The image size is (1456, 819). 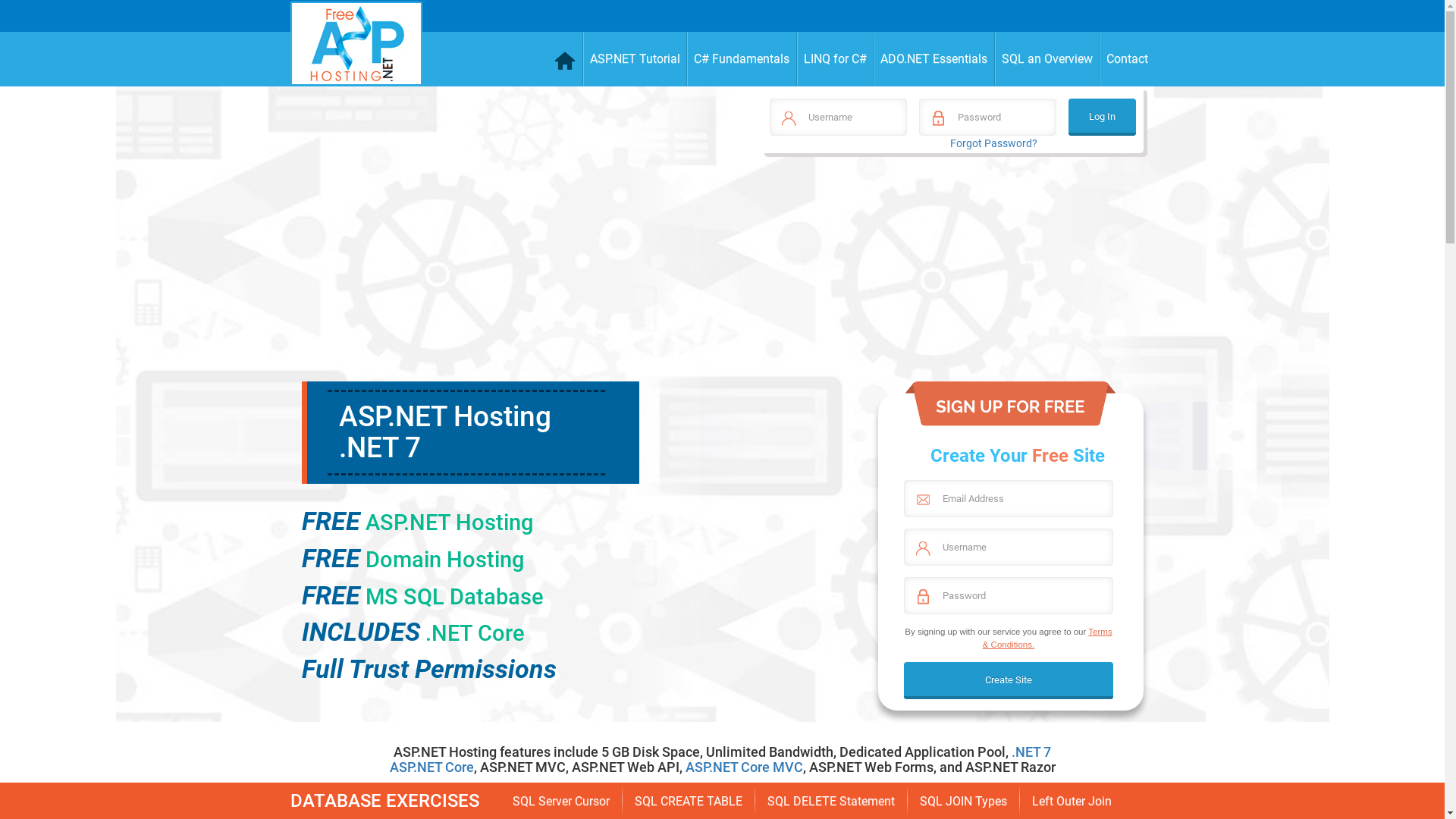 What do you see at coordinates (744, 767) in the screenshot?
I see `'ASP.NET Core MVC'` at bounding box center [744, 767].